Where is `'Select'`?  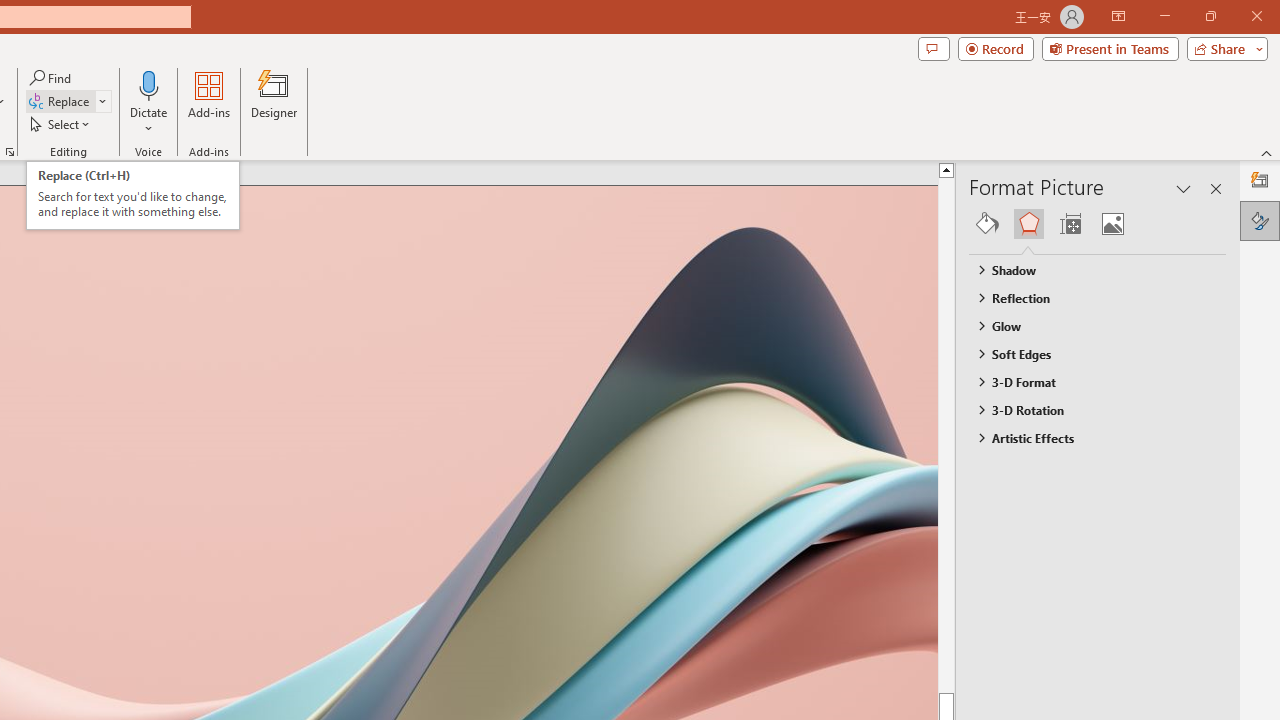
'Select' is located at coordinates (61, 124).